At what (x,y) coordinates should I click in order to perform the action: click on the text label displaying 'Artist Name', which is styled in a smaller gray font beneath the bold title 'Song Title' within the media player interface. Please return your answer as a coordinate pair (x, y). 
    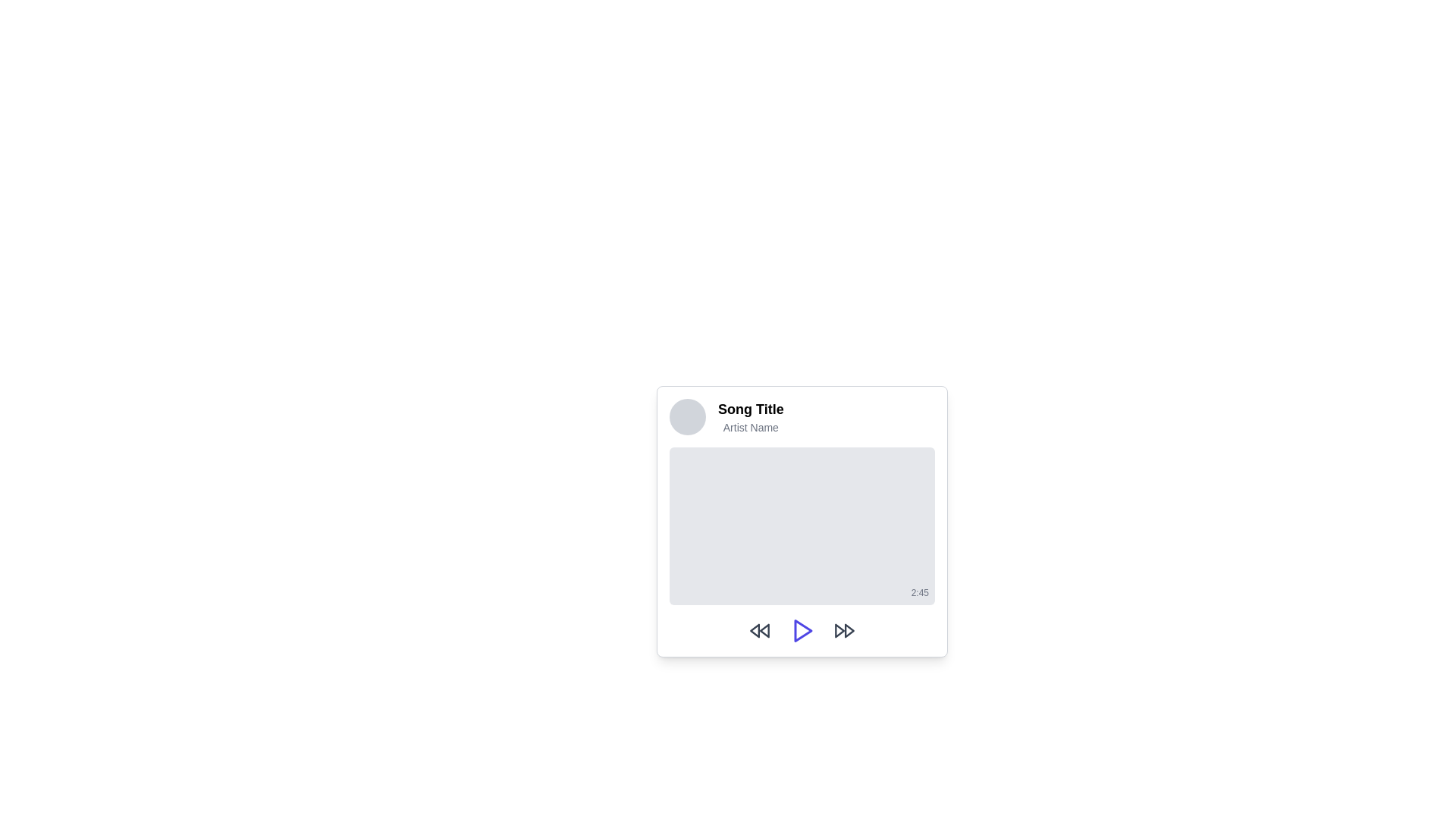
    Looking at the image, I should click on (751, 427).